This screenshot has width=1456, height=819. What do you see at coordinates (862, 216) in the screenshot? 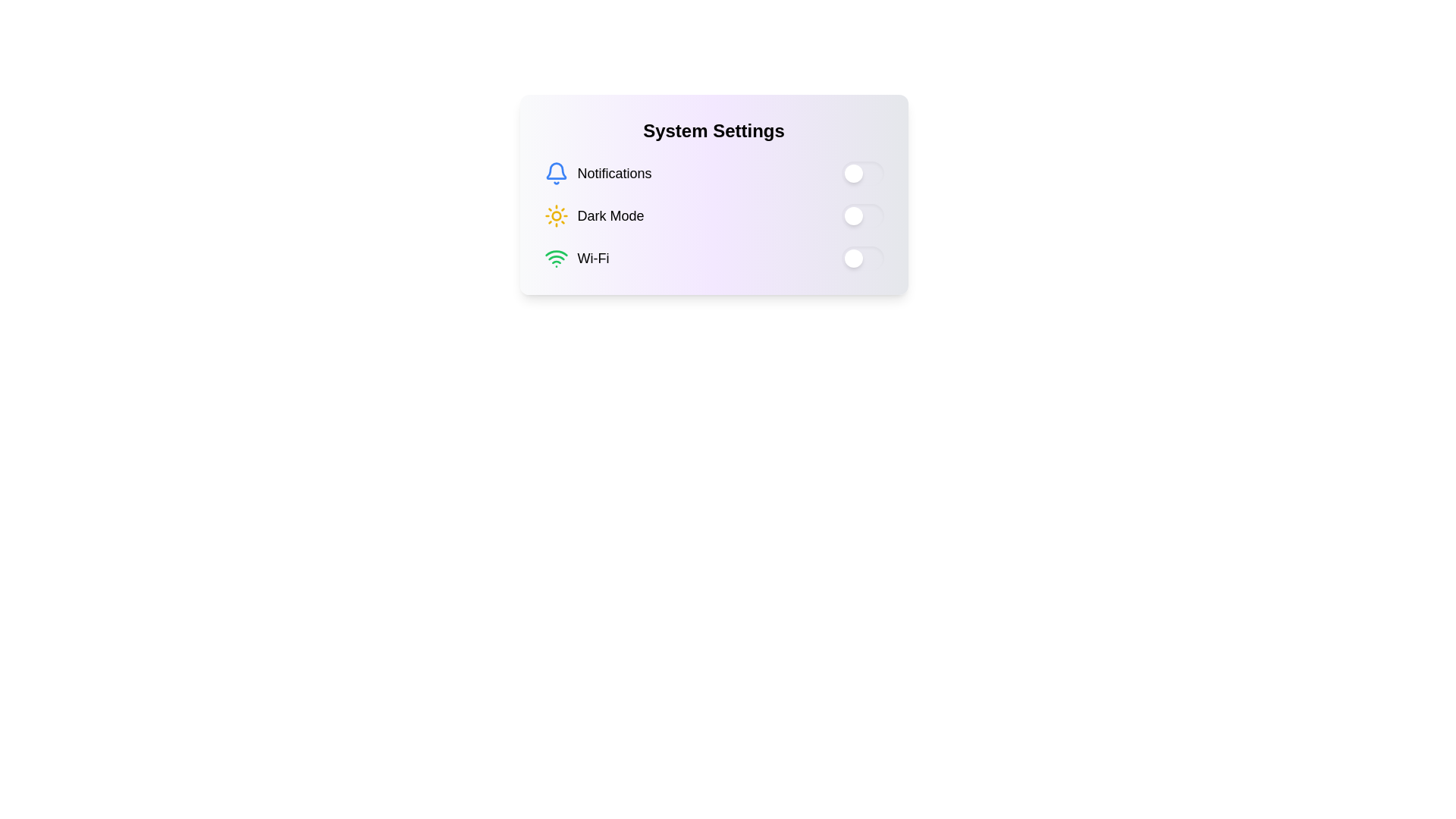
I see `the toggle switch with a circular white handle on a yellow background located in the right section of the 'Dark Mode' row in the 'System Settings' panel` at bounding box center [862, 216].